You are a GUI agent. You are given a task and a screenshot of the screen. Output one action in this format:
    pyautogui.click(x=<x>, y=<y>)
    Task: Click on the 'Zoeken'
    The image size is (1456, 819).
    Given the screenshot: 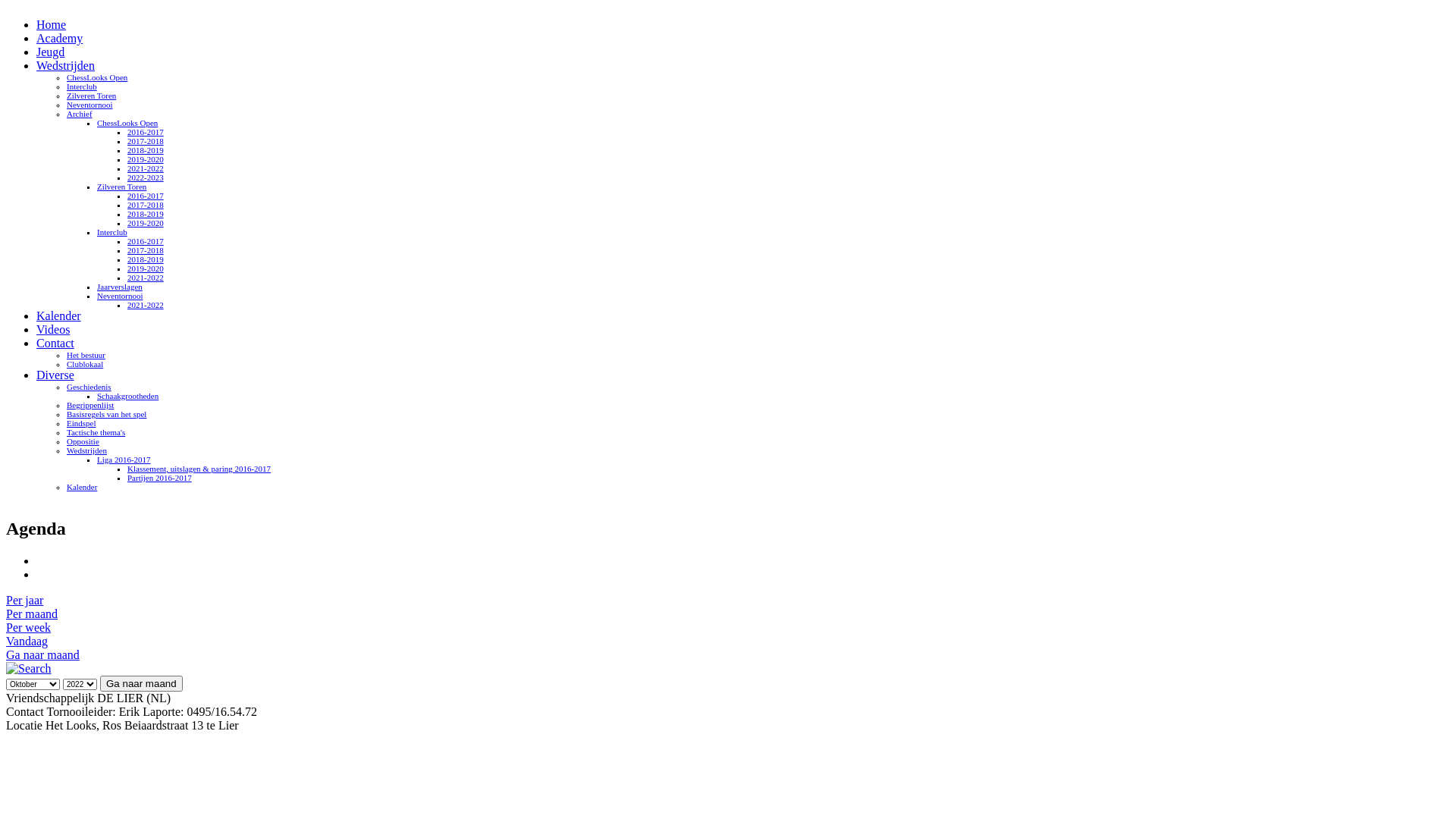 What is the action you would take?
    pyautogui.click(x=6, y=667)
    